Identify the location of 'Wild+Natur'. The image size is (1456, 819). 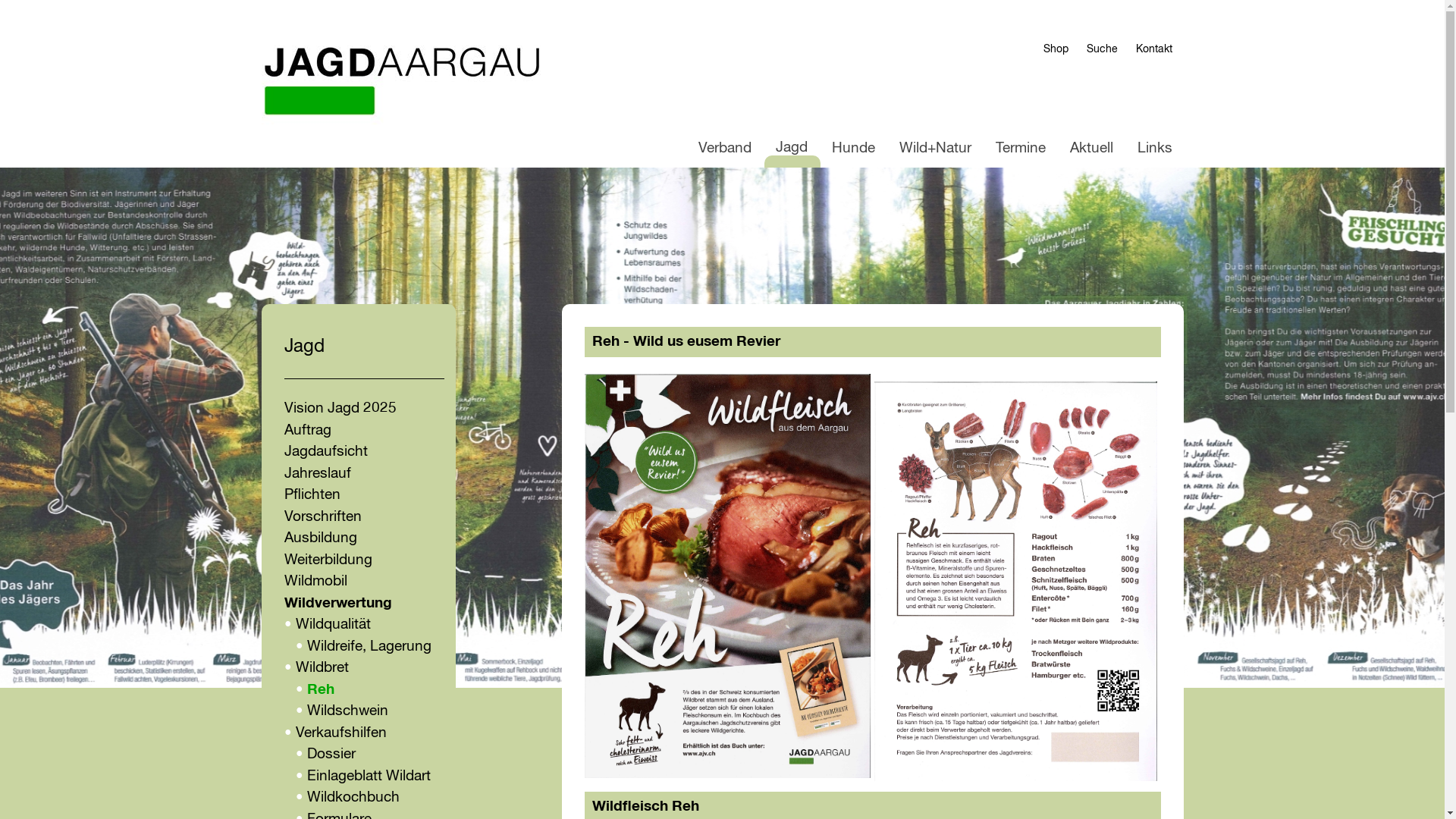
(934, 149).